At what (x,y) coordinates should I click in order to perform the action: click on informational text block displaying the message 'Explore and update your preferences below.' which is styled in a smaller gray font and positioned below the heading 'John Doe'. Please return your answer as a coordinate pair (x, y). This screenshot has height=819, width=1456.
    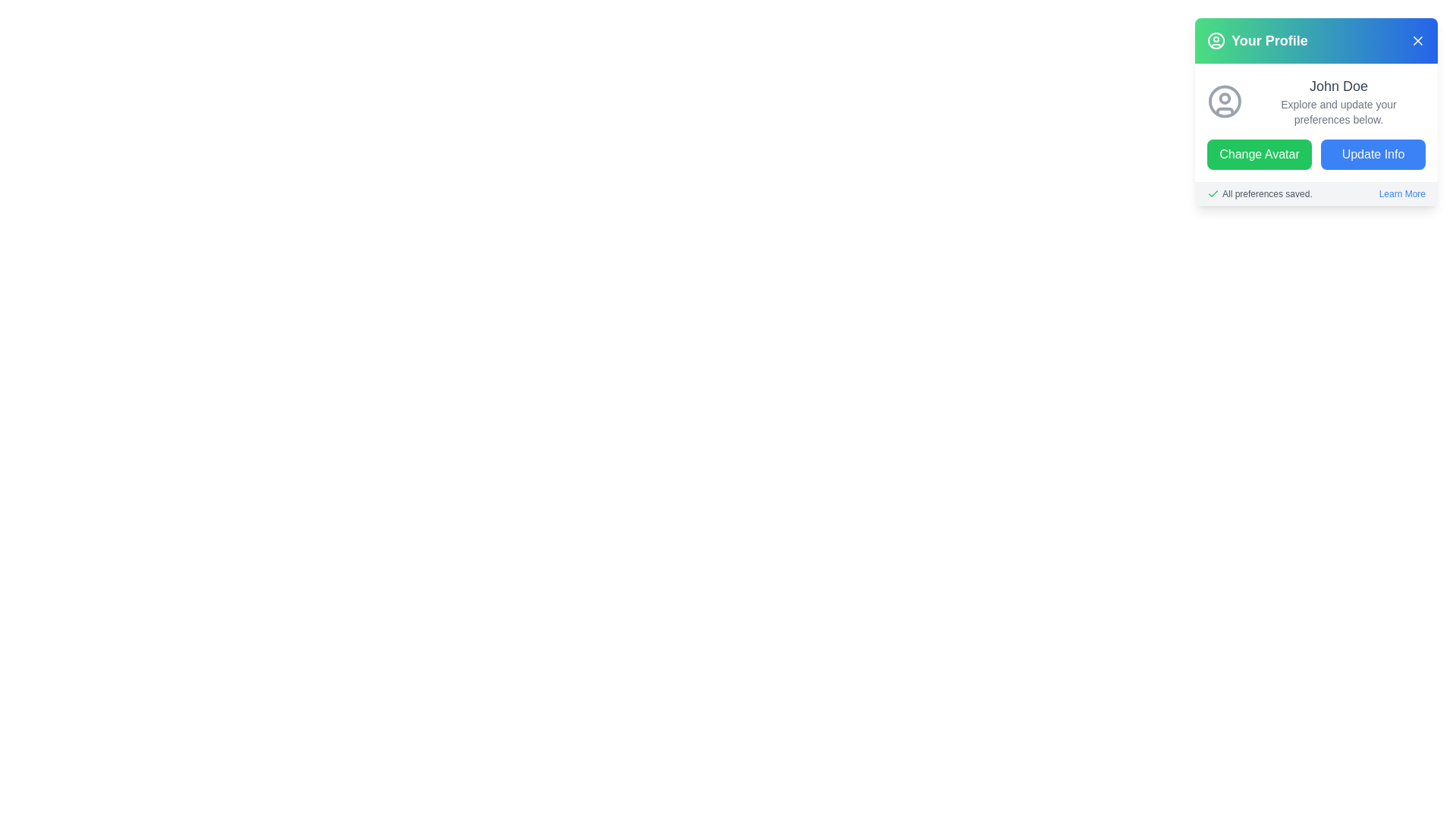
    Looking at the image, I should click on (1338, 111).